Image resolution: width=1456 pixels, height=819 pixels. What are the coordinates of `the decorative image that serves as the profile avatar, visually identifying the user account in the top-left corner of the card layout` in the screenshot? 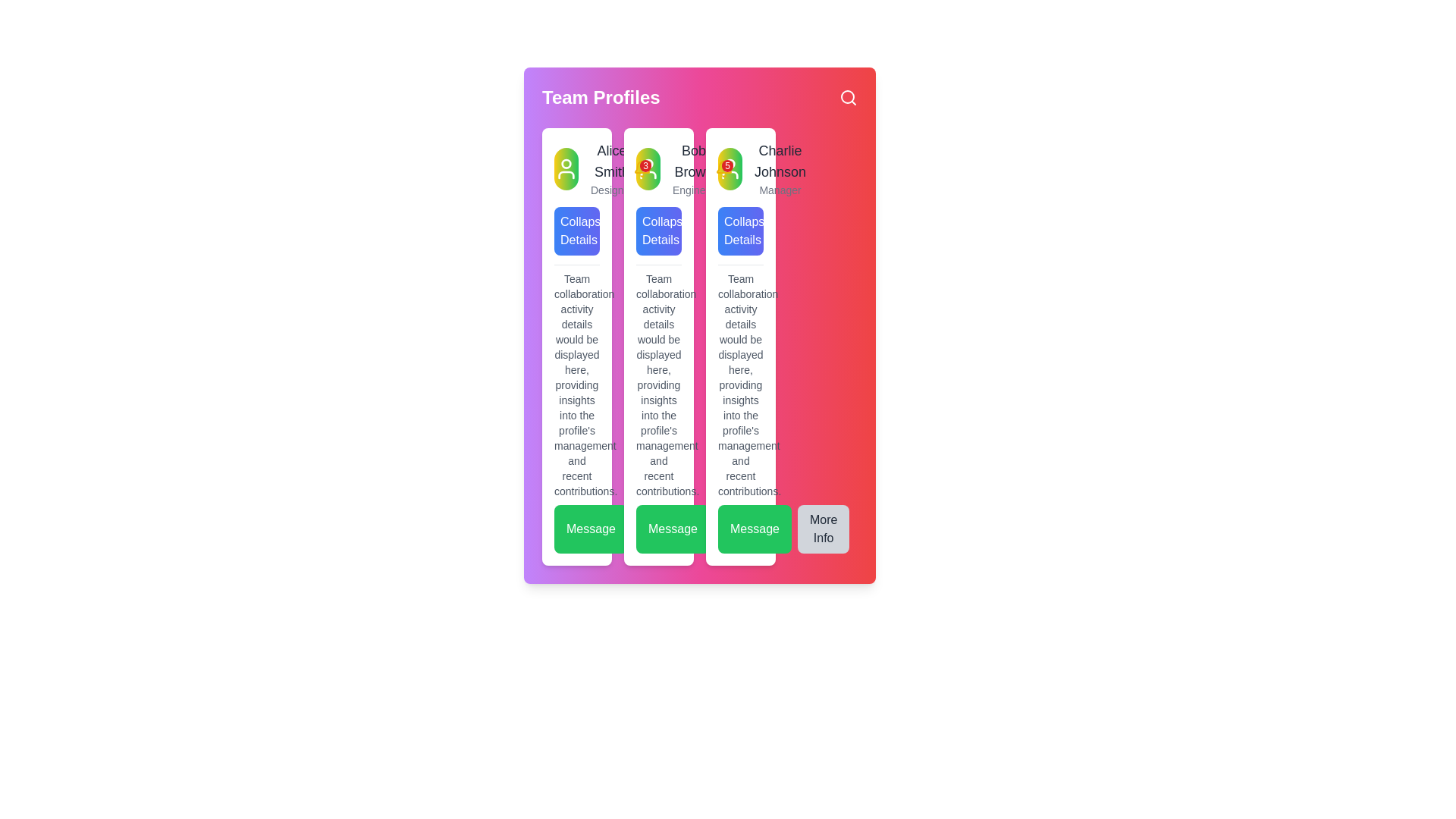 It's located at (576, 169).